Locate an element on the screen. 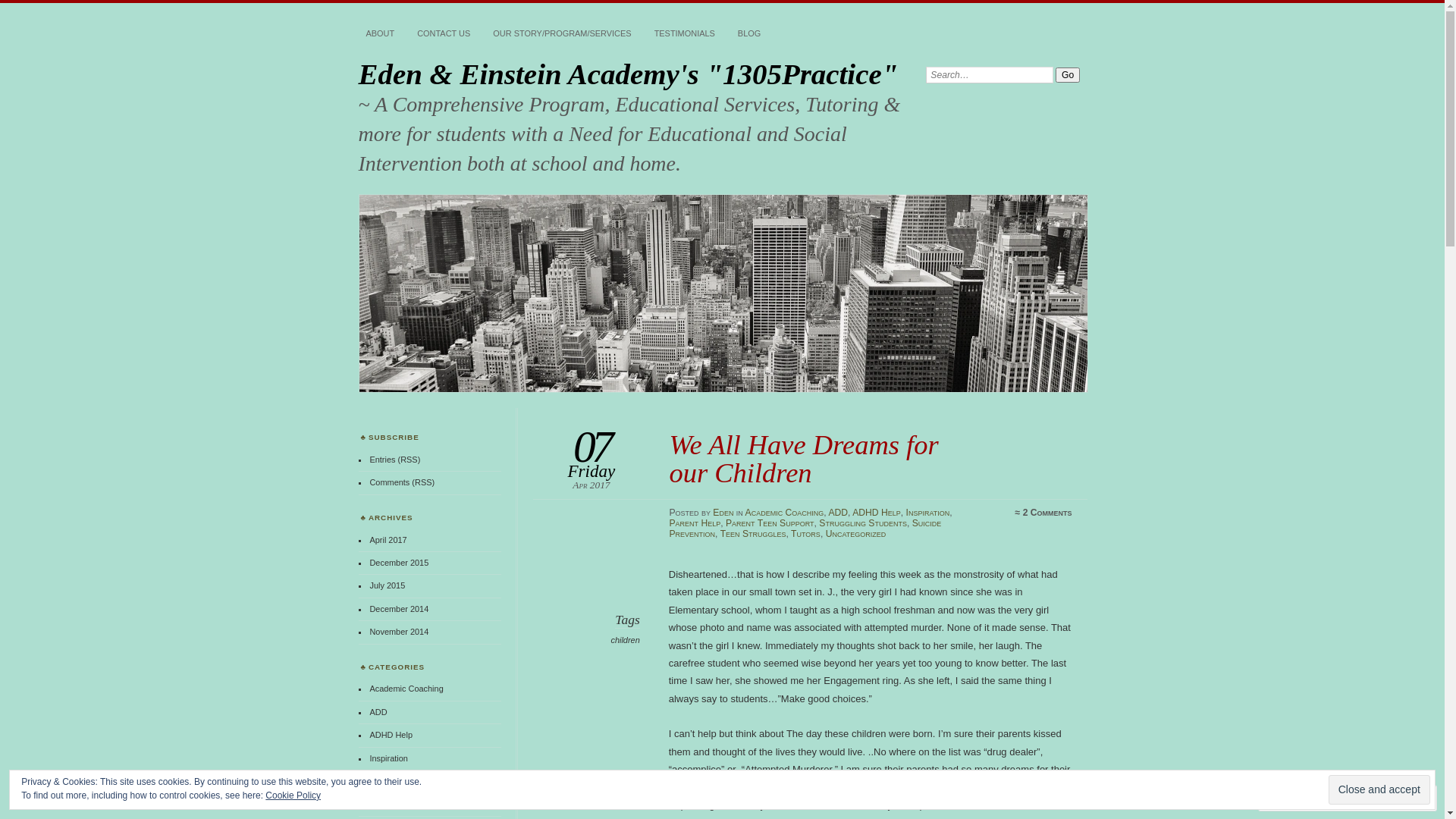 Image resolution: width=1456 pixels, height=819 pixels. 'November 2014' is located at coordinates (399, 632).